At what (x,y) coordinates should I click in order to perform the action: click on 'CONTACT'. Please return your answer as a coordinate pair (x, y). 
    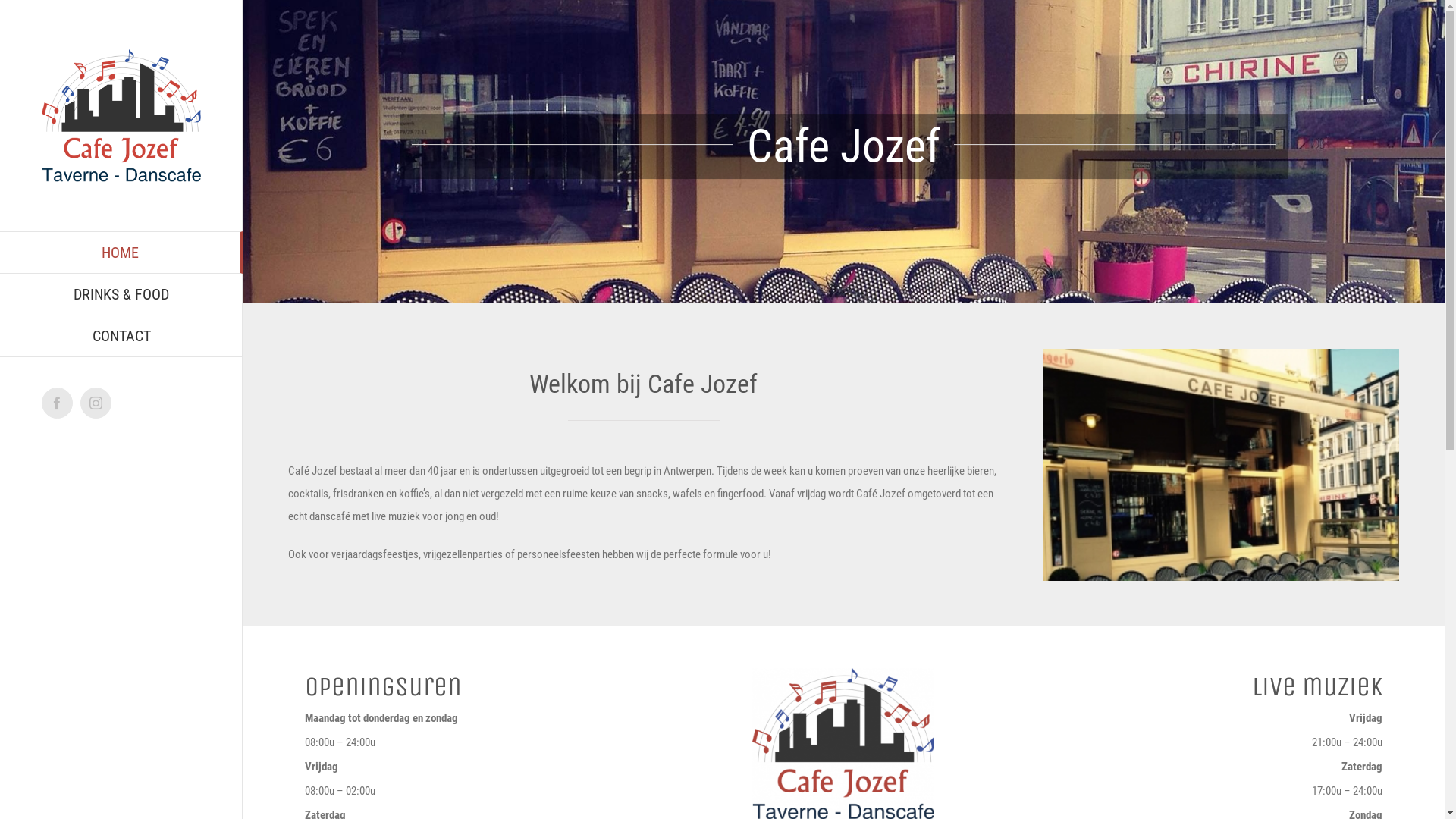
    Looking at the image, I should click on (120, 335).